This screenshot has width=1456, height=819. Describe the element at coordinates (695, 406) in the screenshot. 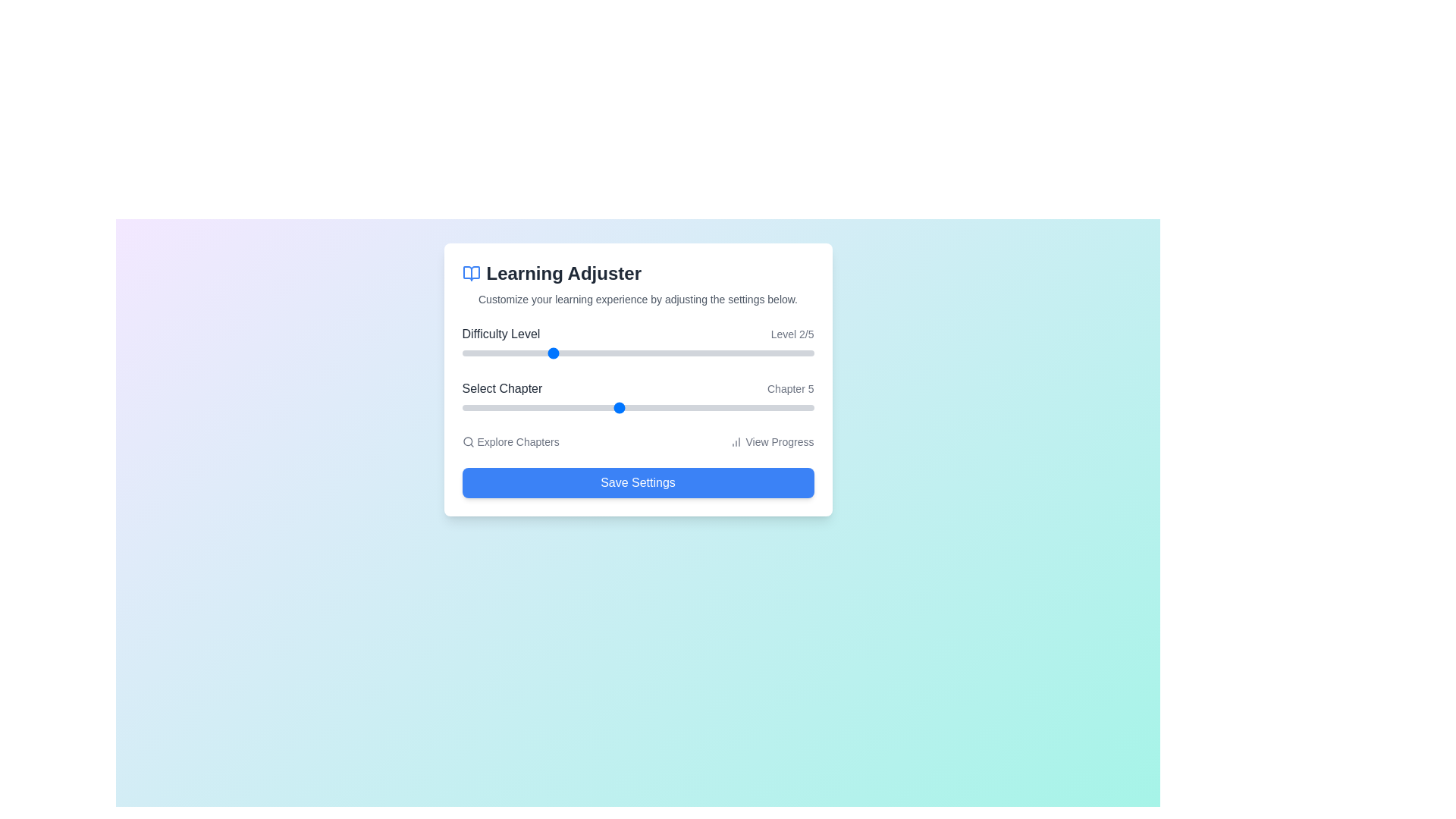

I see `the chapter` at that location.